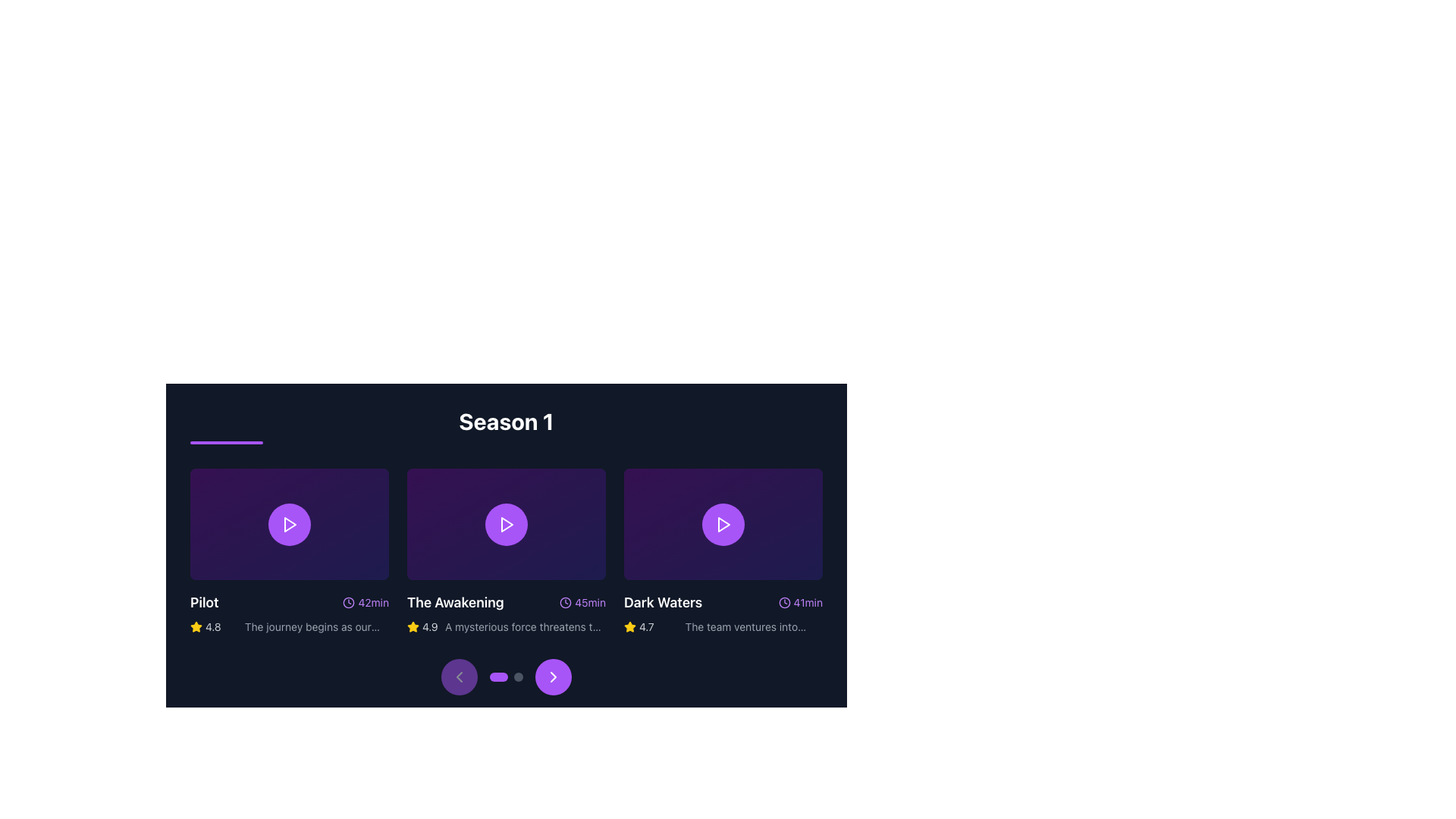  I want to click on the SVG icon representing the play button in the third content card, so click(723, 523).